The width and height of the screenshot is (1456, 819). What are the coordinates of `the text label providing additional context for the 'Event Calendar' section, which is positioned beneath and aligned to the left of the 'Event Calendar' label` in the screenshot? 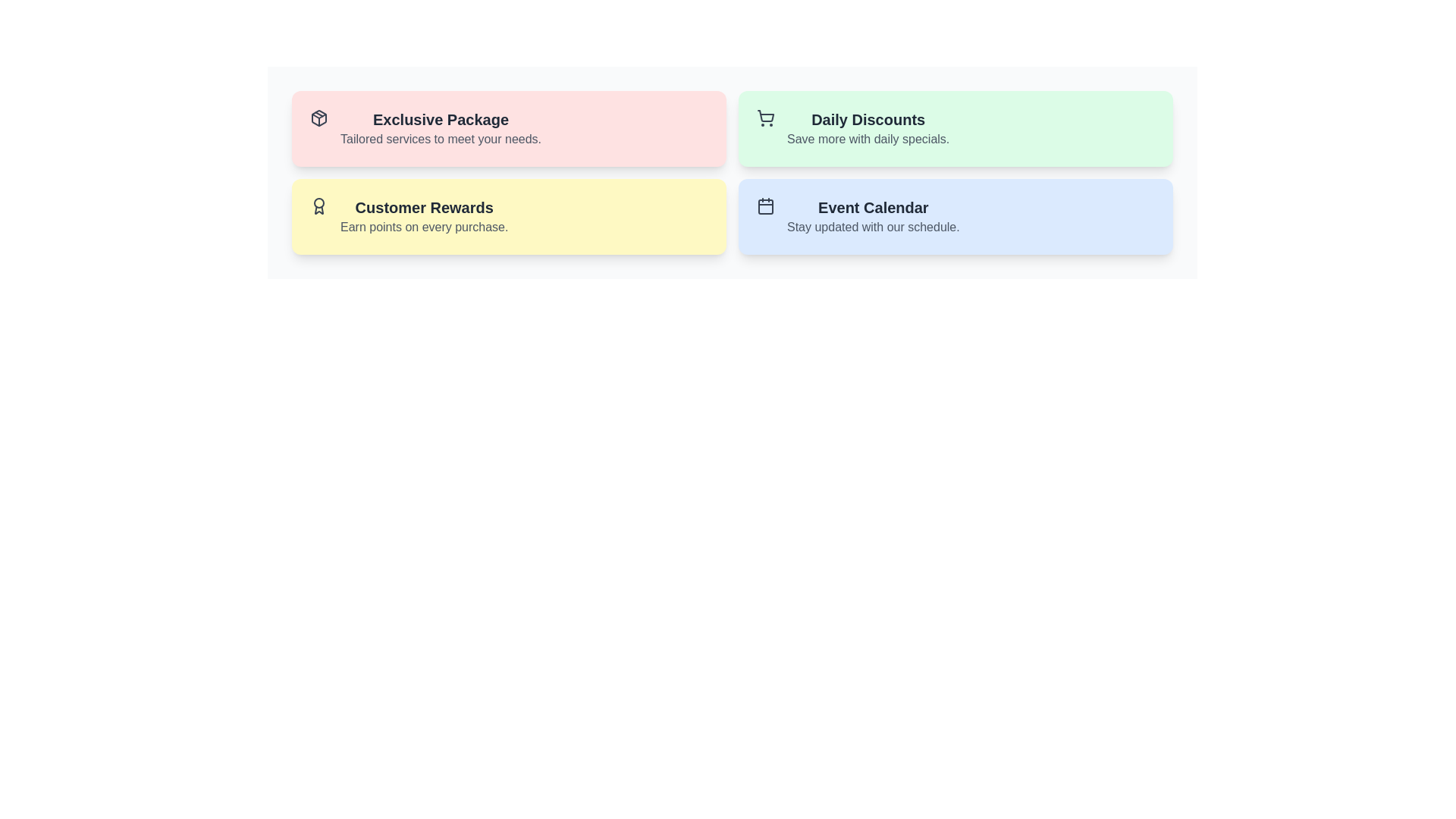 It's located at (873, 227).